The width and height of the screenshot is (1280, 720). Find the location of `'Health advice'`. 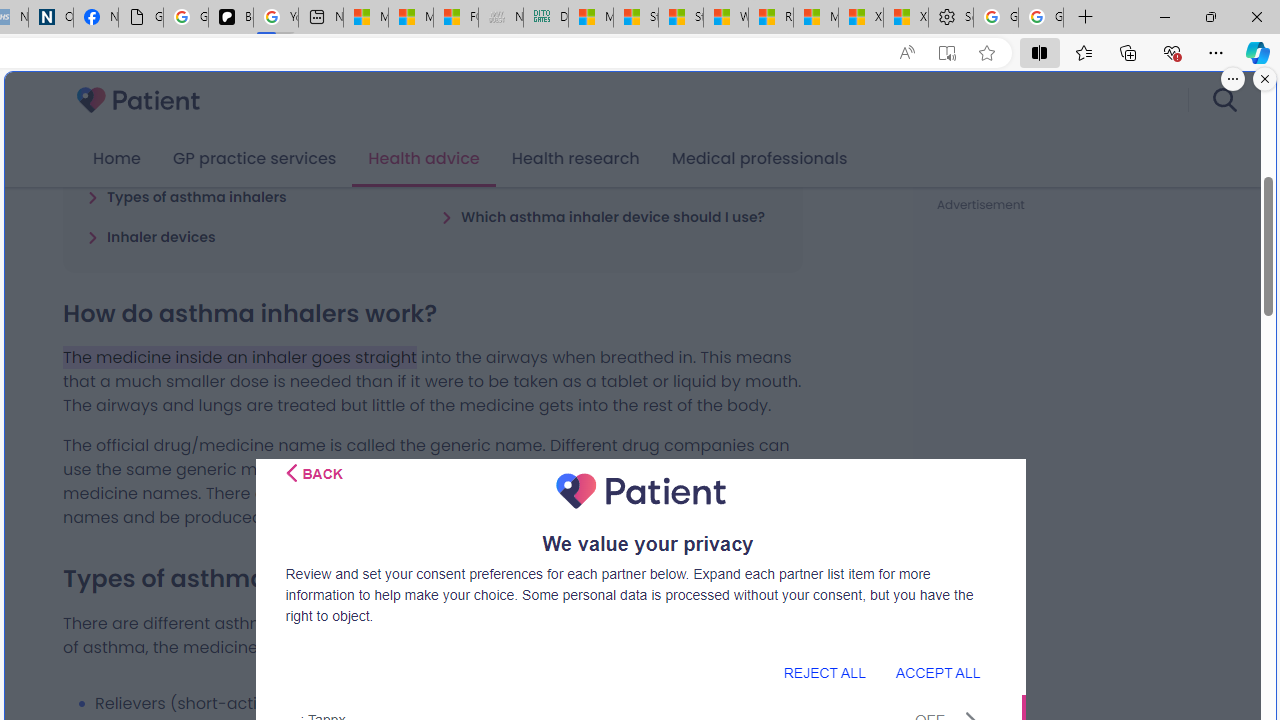

'Health advice' is located at coordinates (423, 158).